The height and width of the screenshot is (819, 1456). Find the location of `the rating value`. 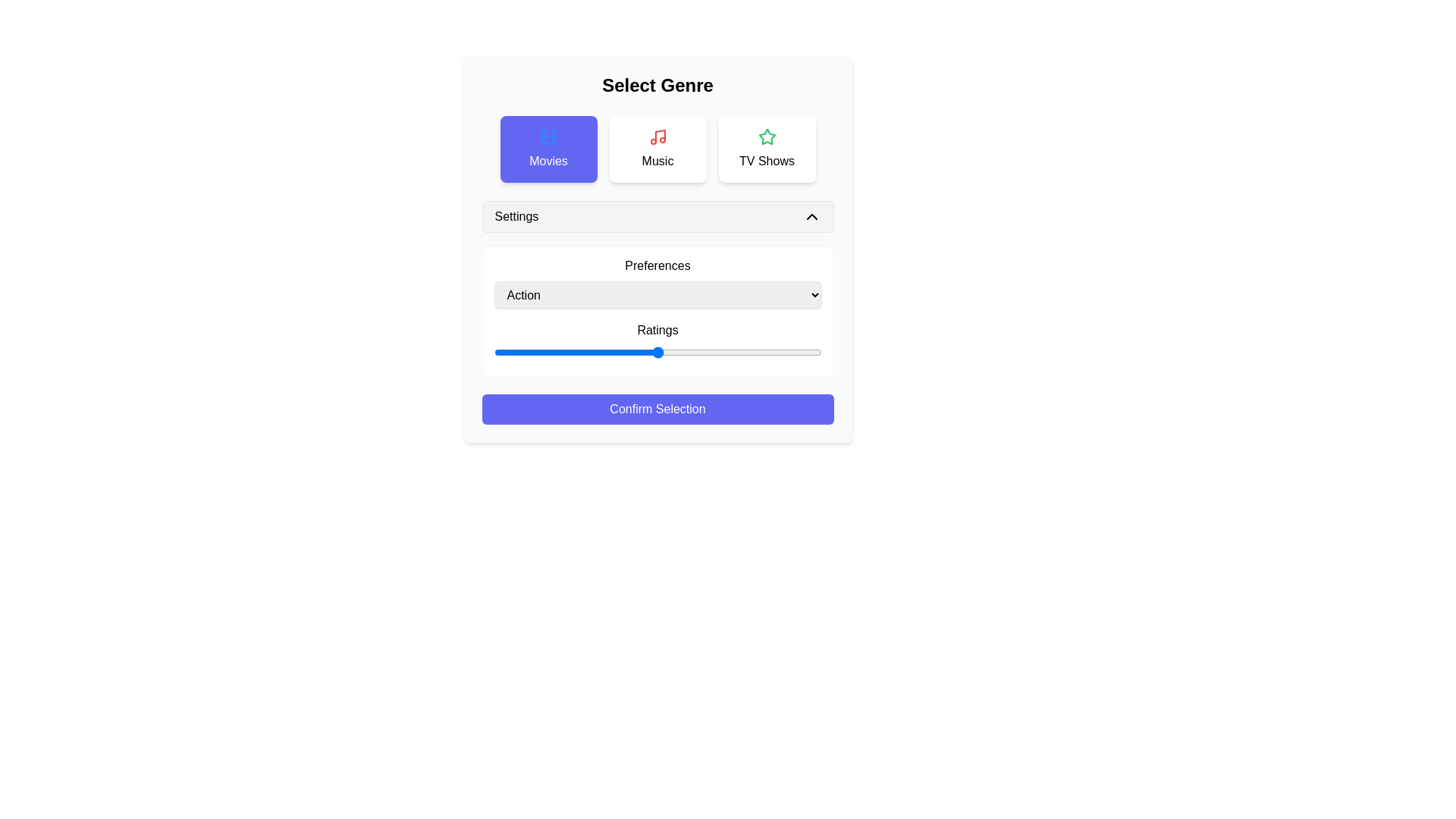

the rating value is located at coordinates (664, 353).